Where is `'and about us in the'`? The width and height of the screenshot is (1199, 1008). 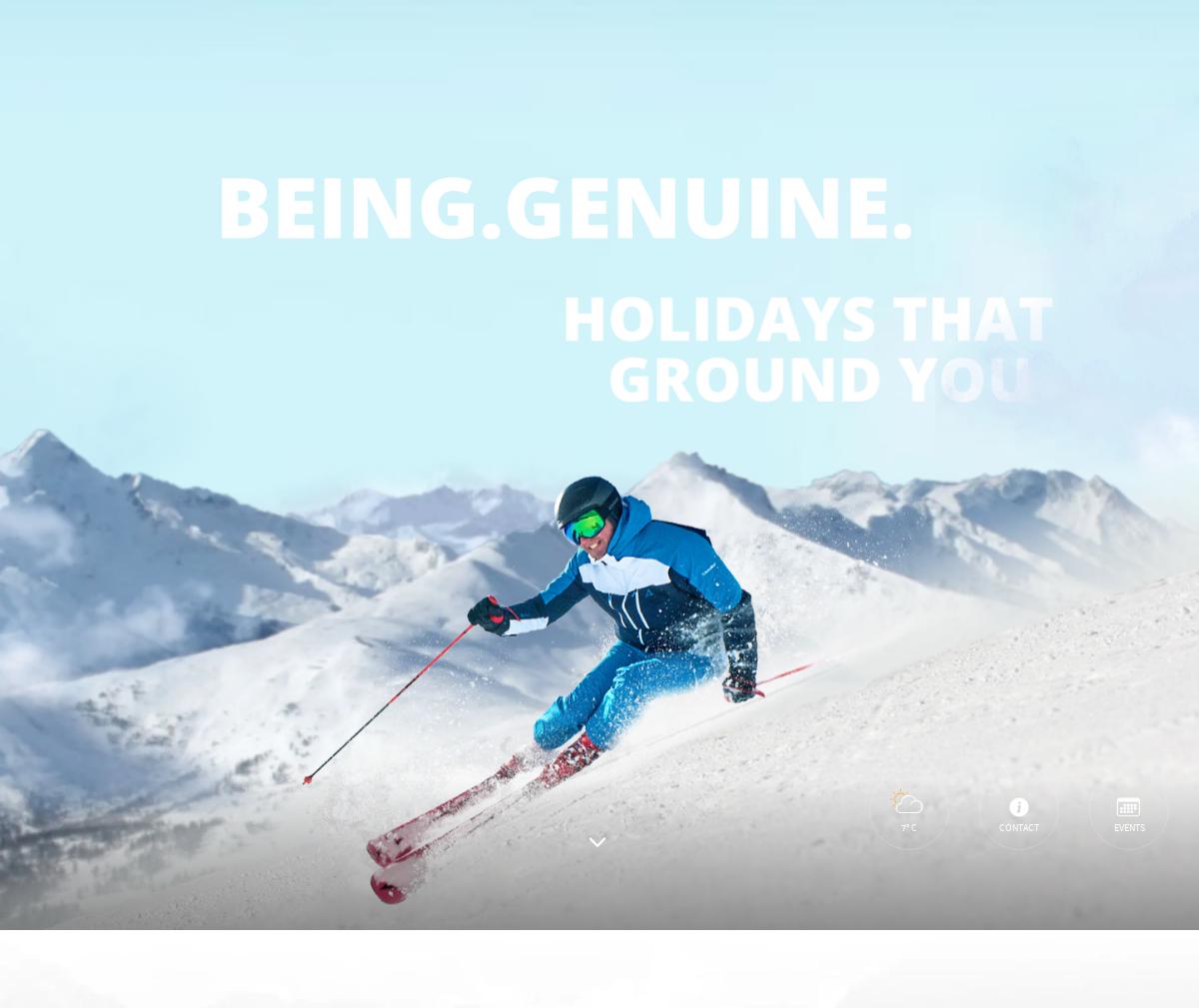 'and about us in the' is located at coordinates (325, 784).